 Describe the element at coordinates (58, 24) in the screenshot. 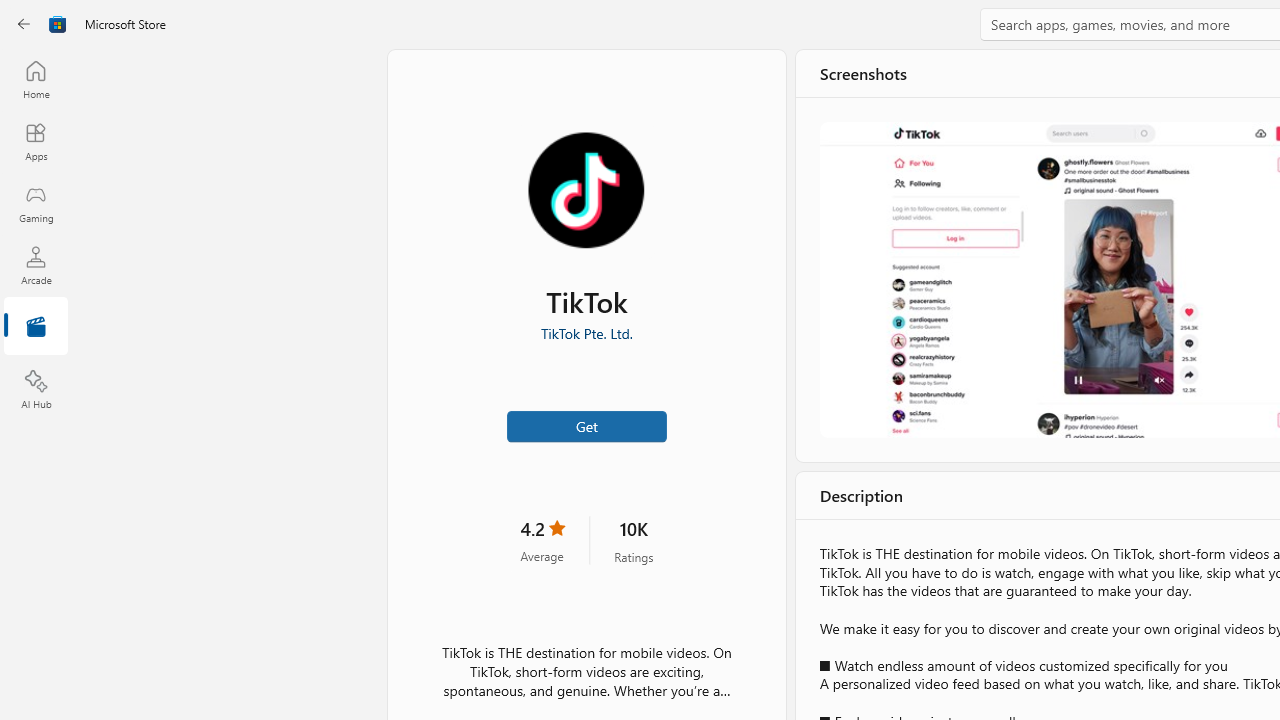

I see `'Class: Image'` at that location.